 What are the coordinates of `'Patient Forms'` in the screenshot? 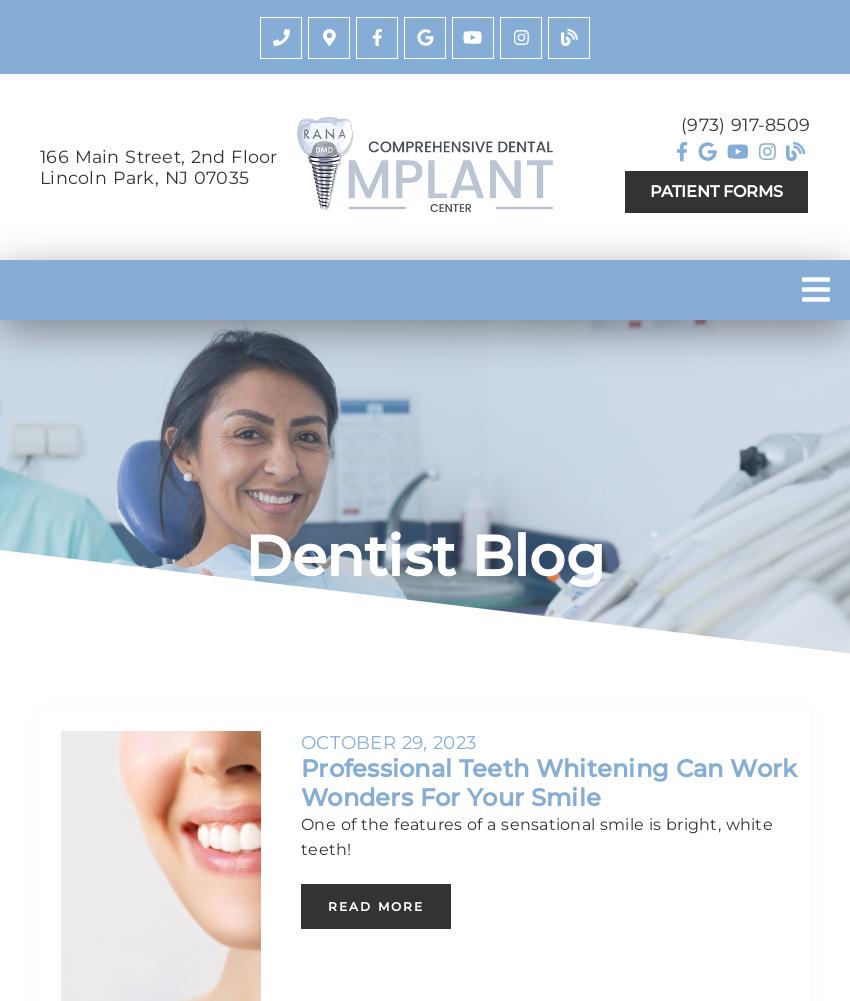 It's located at (715, 191).